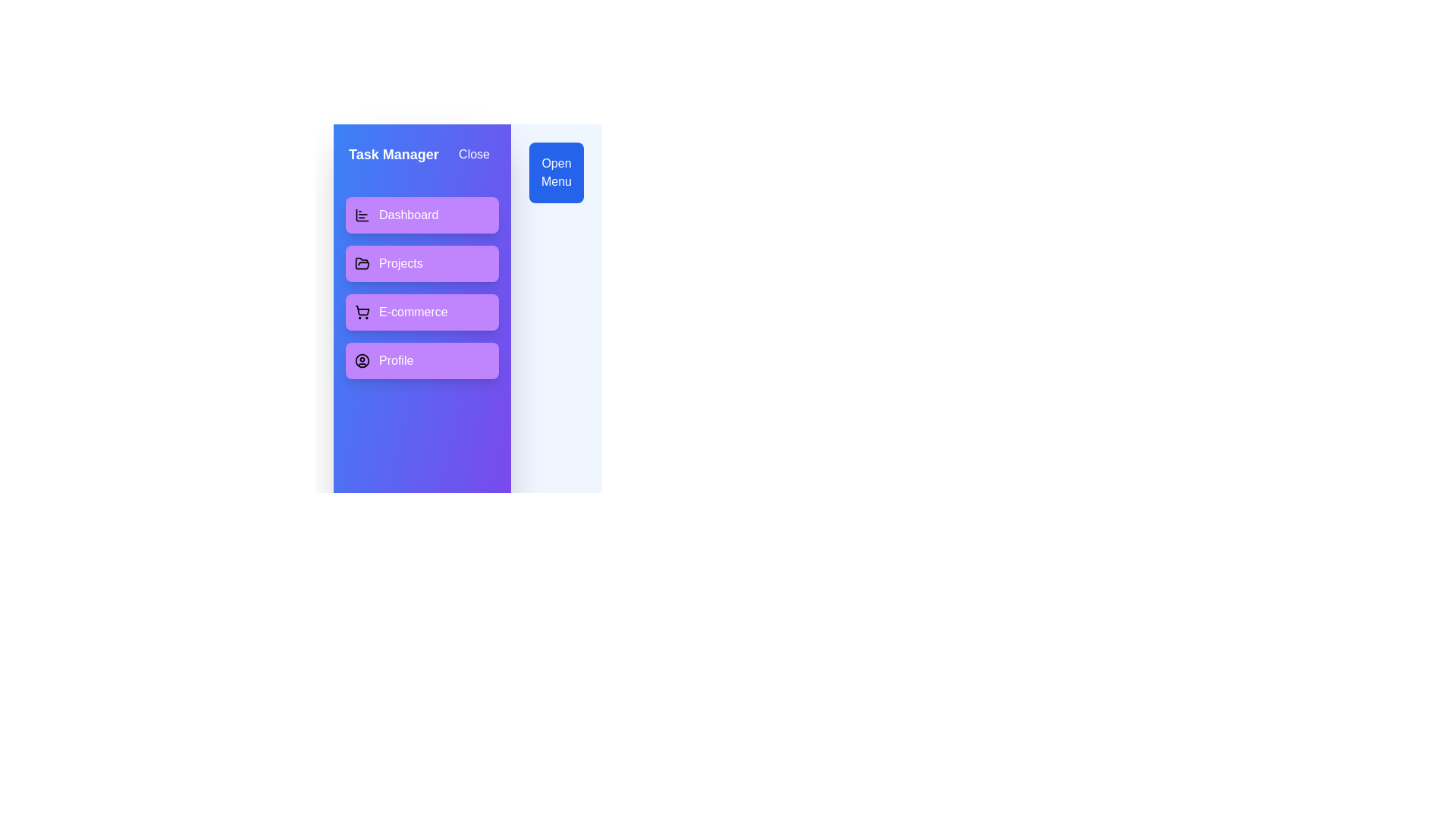  Describe the element at coordinates (422, 312) in the screenshot. I see `the E-commerce task item` at that location.